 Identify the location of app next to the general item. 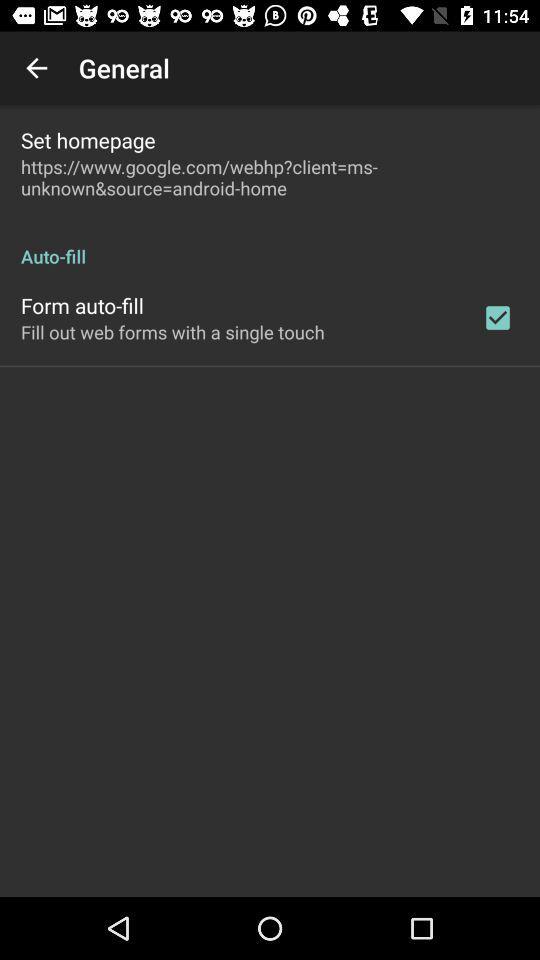
(36, 68).